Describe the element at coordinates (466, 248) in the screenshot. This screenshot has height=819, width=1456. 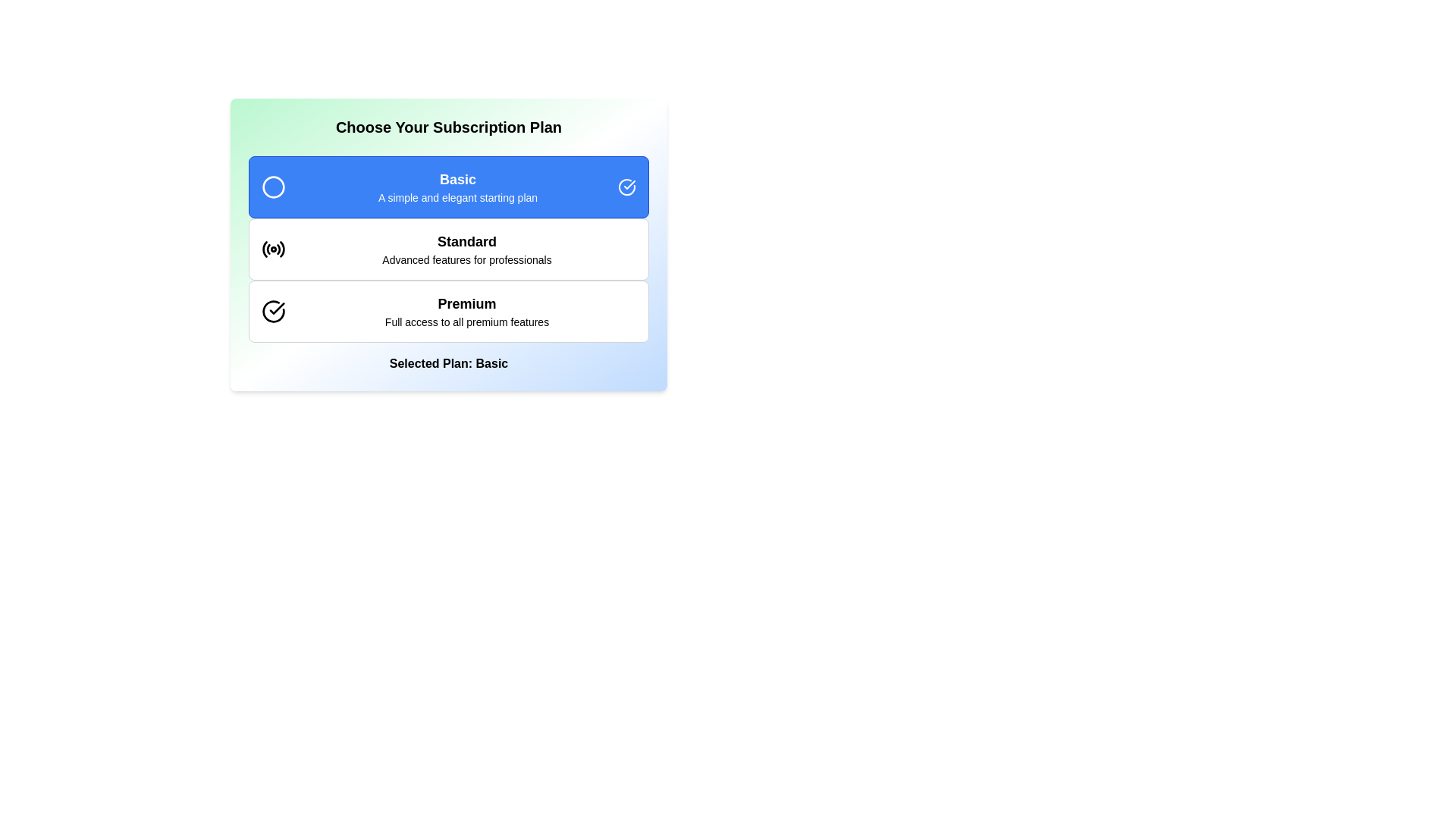
I see `the subscription plan option labeled 'Standard'` at that location.